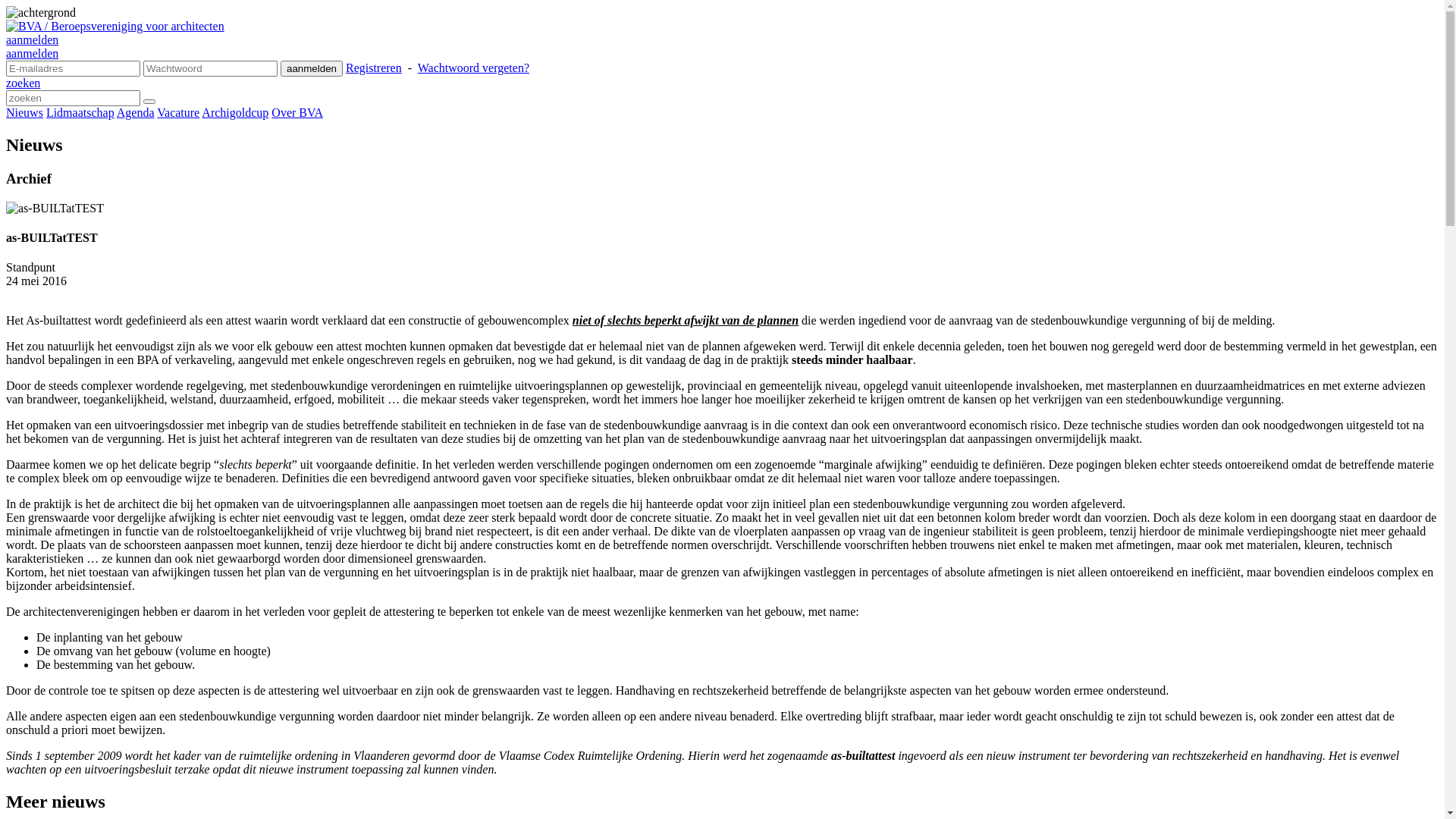 This screenshot has width=1456, height=819. What do you see at coordinates (297, 111) in the screenshot?
I see `'Over BVA'` at bounding box center [297, 111].